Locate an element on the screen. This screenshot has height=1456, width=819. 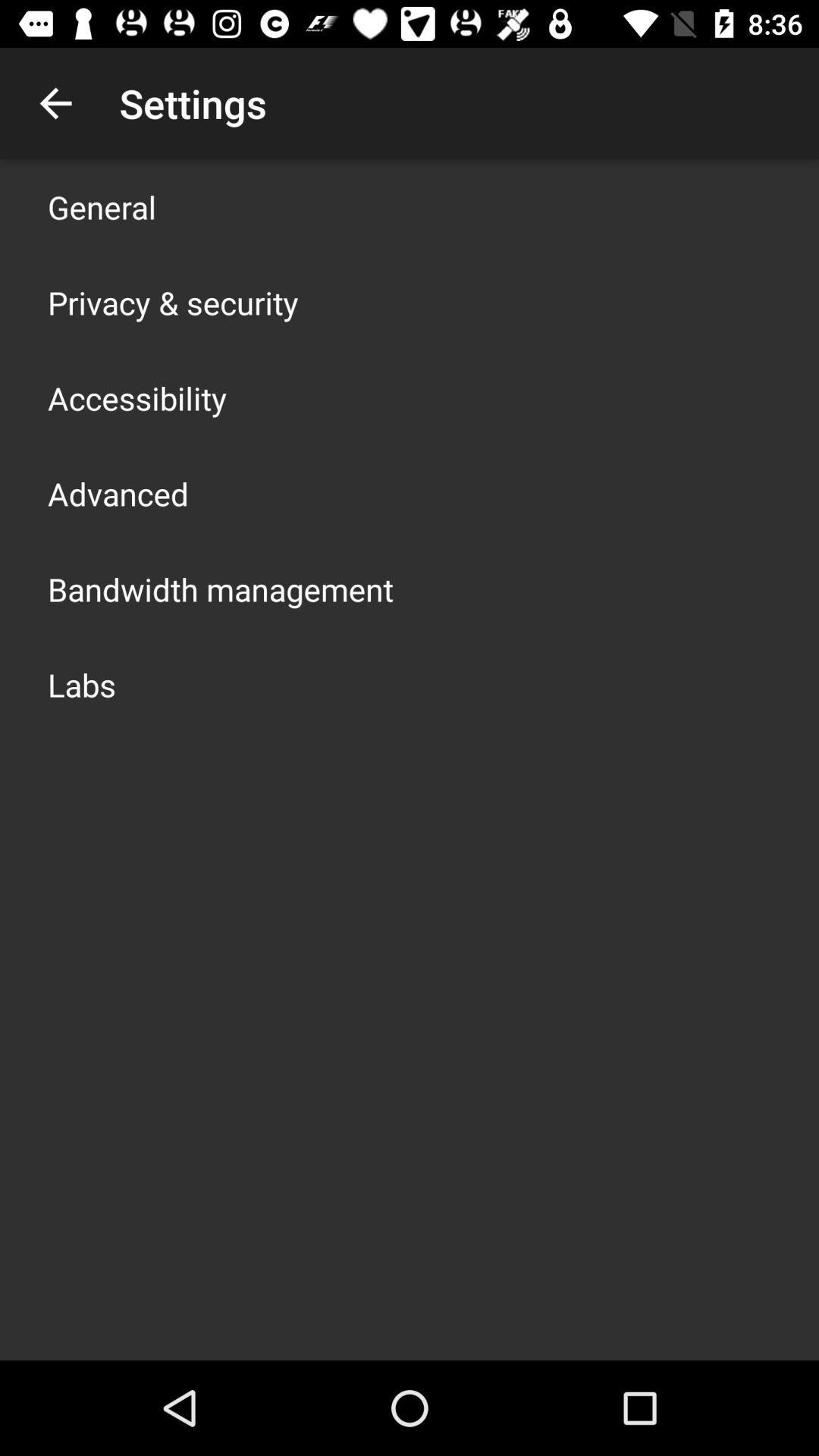
privacy & security app is located at coordinates (172, 302).